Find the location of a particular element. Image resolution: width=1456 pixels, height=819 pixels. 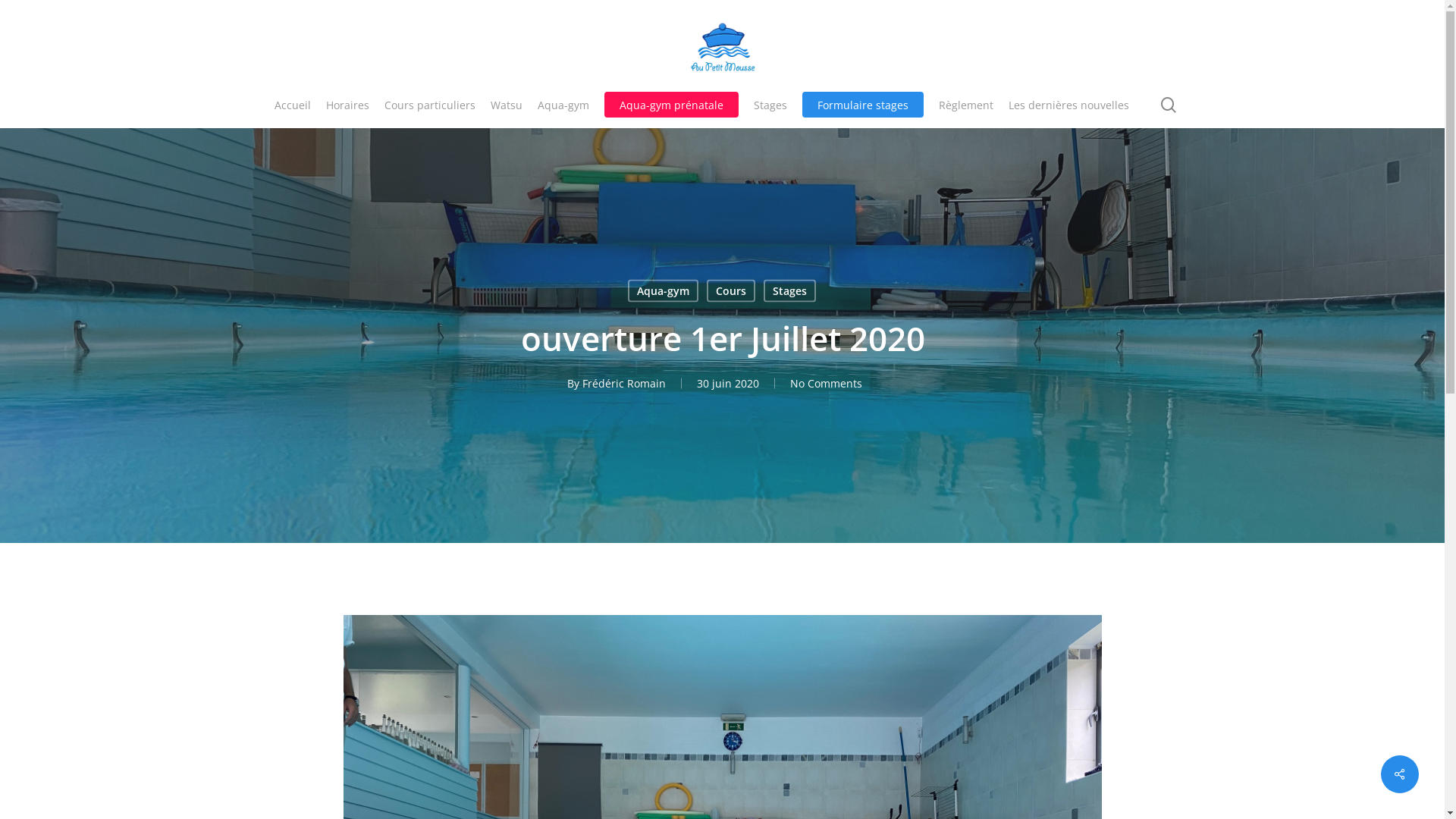

'search' is located at coordinates (1167, 104).